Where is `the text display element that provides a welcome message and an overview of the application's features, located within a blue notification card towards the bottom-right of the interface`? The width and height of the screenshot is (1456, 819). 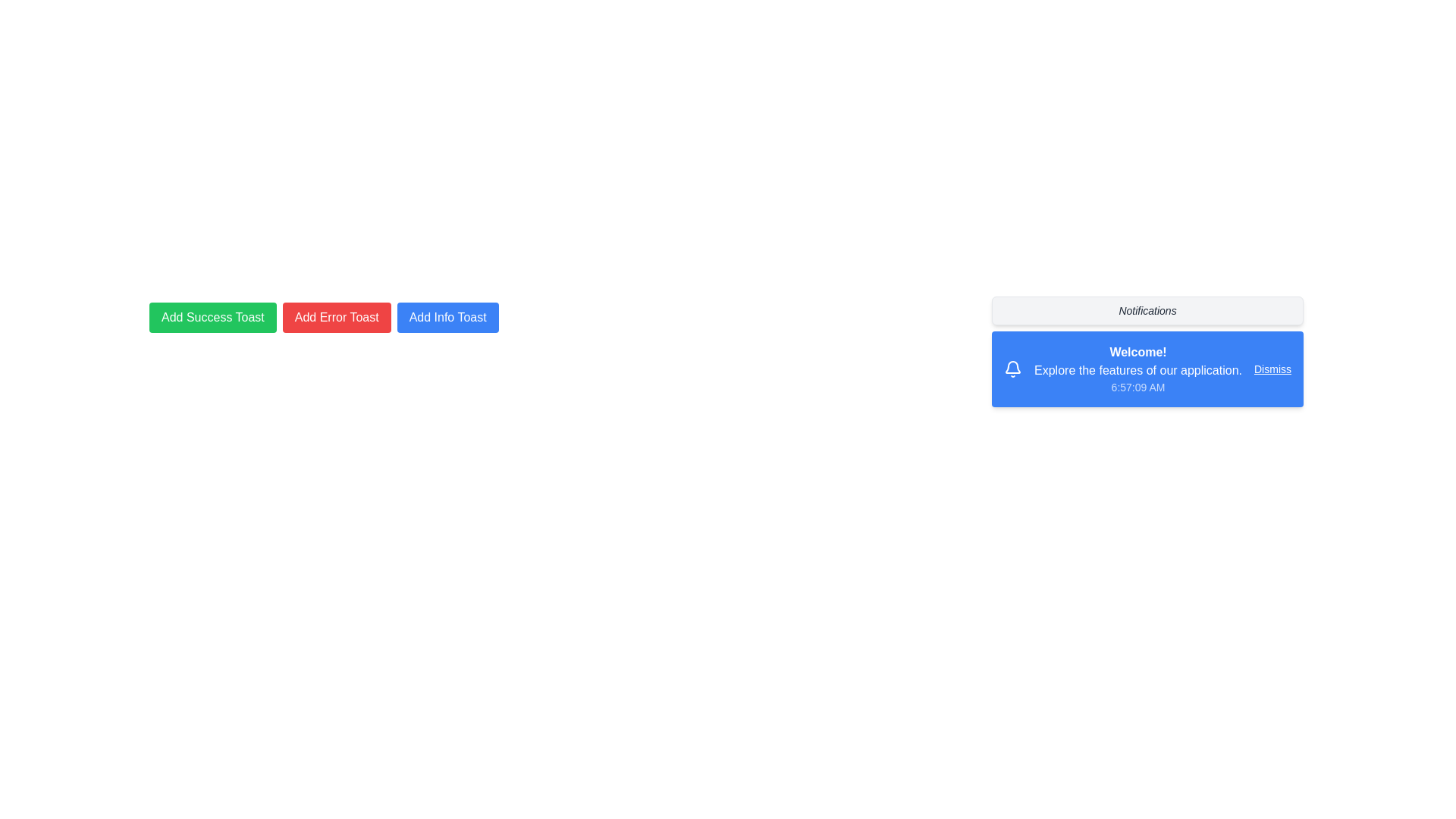 the text display element that provides a welcome message and an overview of the application's features, located within a blue notification card towards the bottom-right of the interface is located at coordinates (1123, 369).